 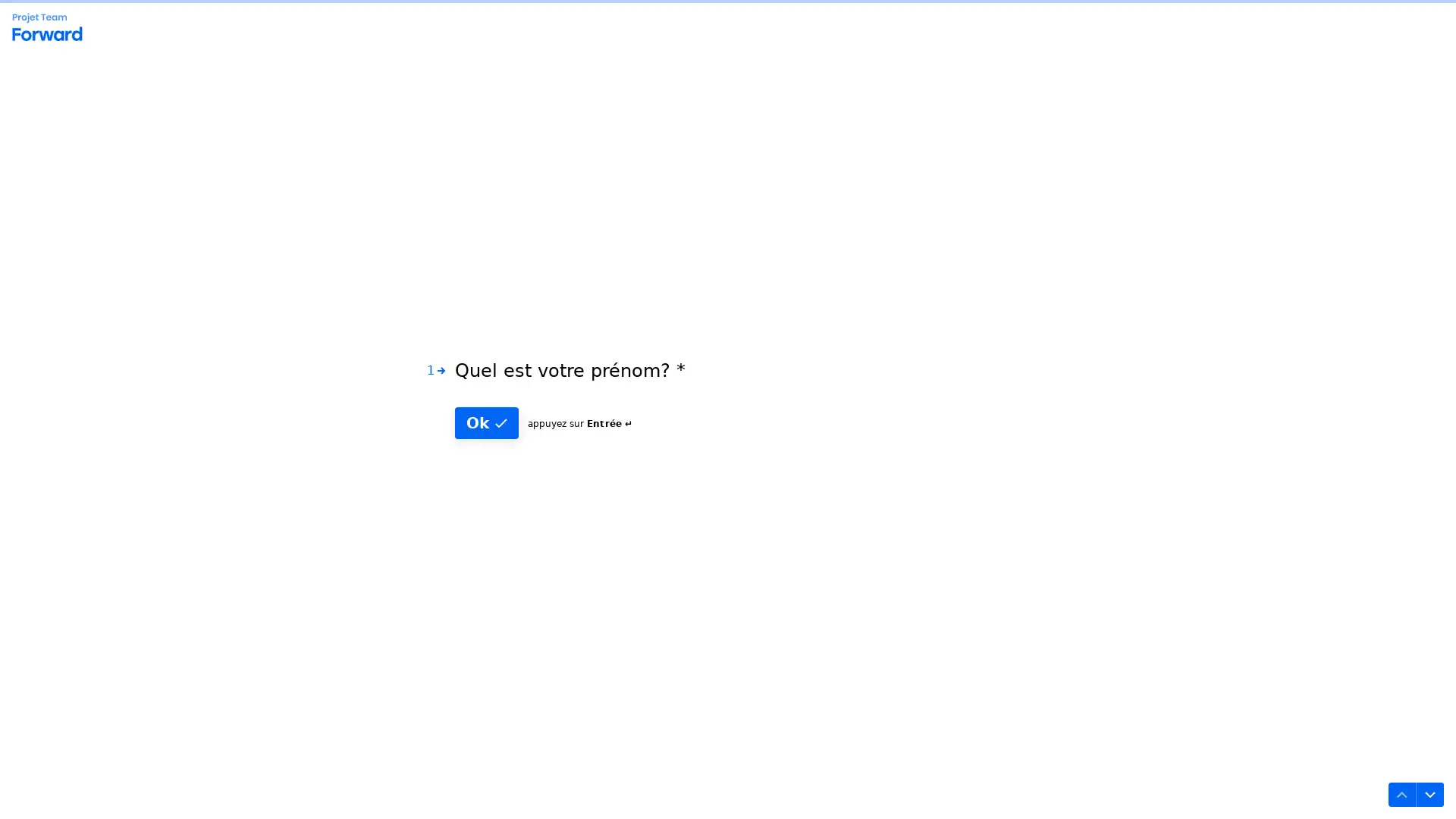 I want to click on Ok, so click(x=487, y=444).